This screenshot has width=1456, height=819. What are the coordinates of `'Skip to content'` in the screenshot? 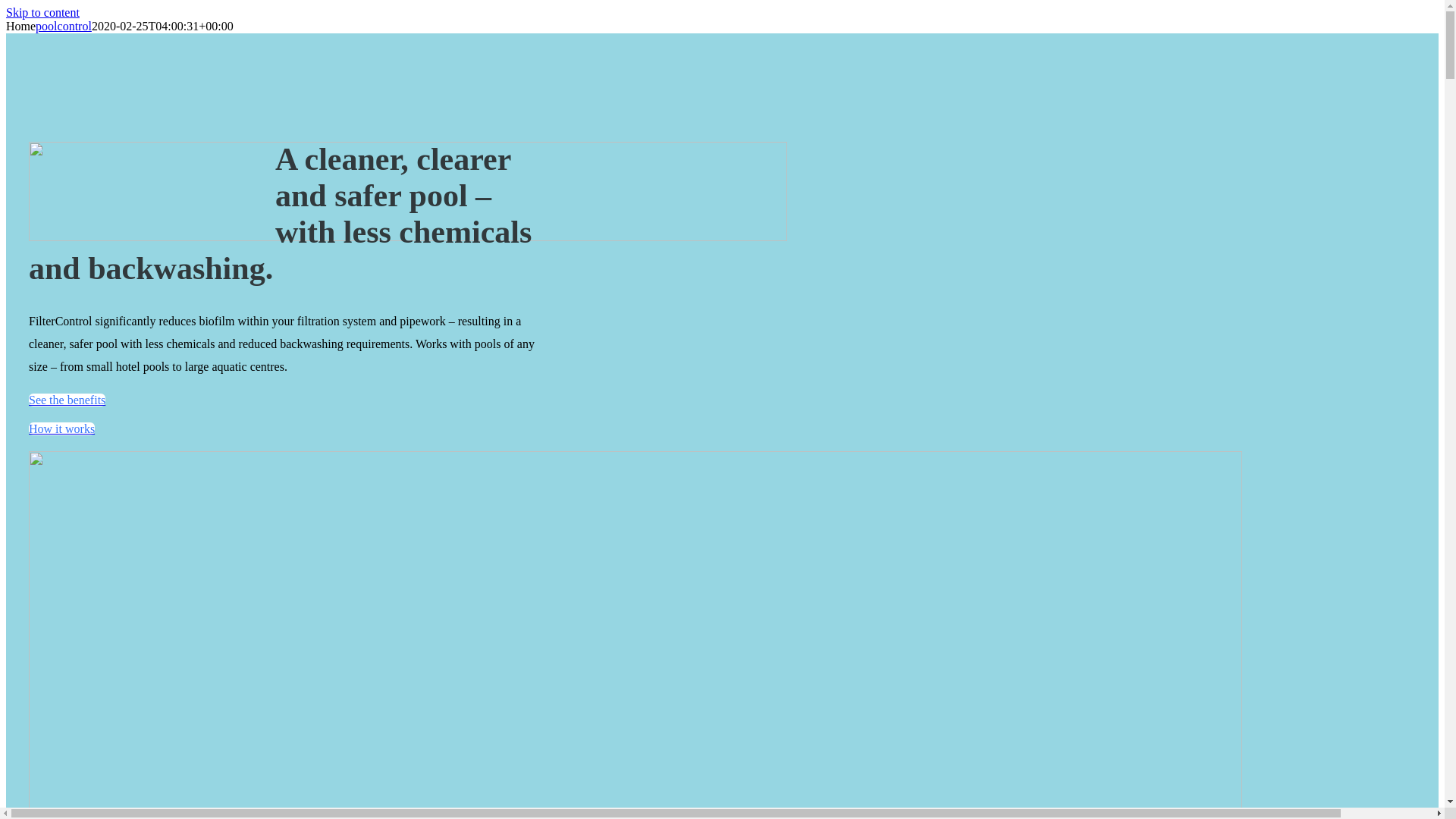 It's located at (42, 12).